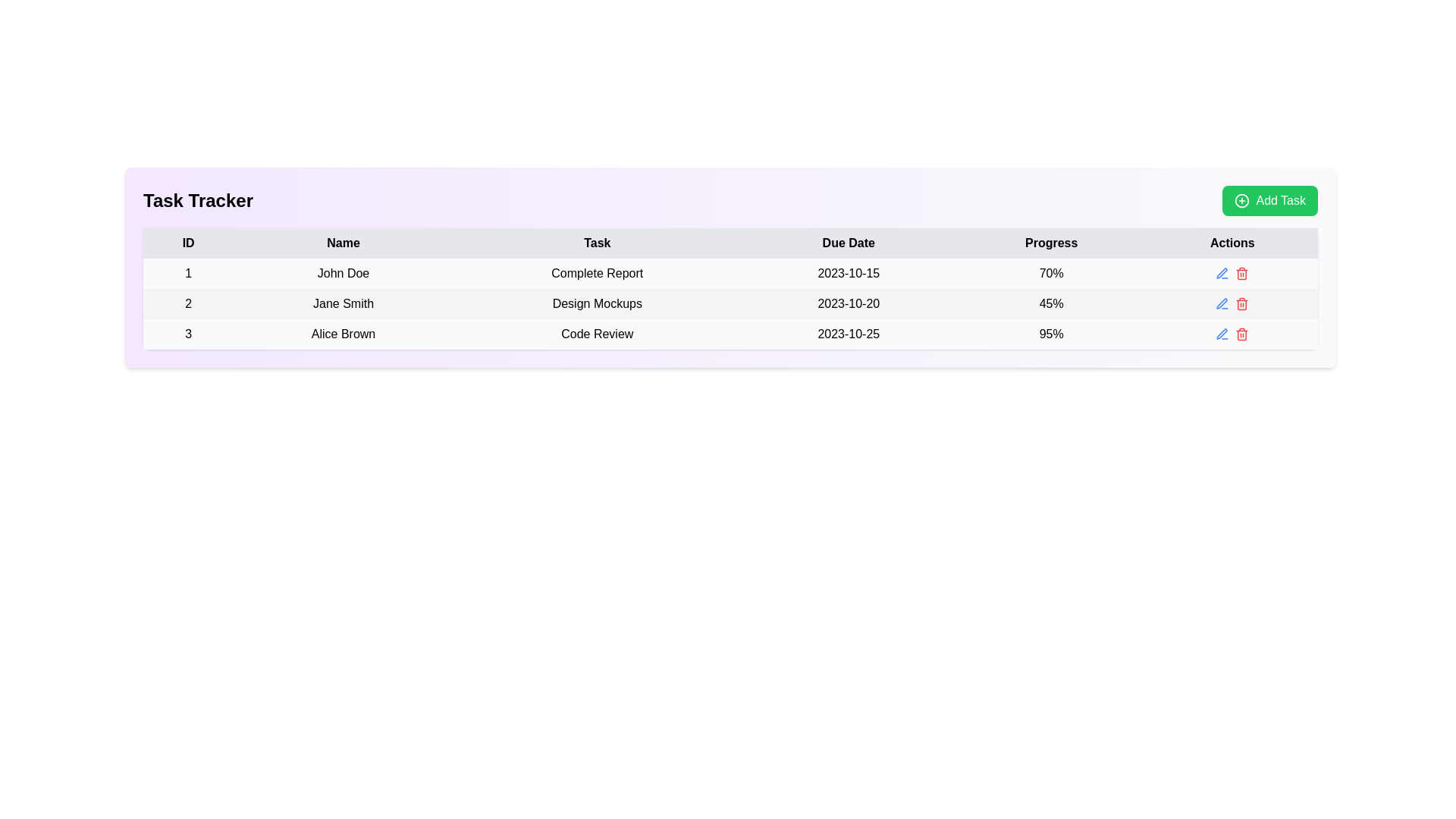 Image resolution: width=1456 pixels, height=819 pixels. What do you see at coordinates (1222, 273) in the screenshot?
I see `the editing icon located in the 'Actions' column of the third row in the table` at bounding box center [1222, 273].